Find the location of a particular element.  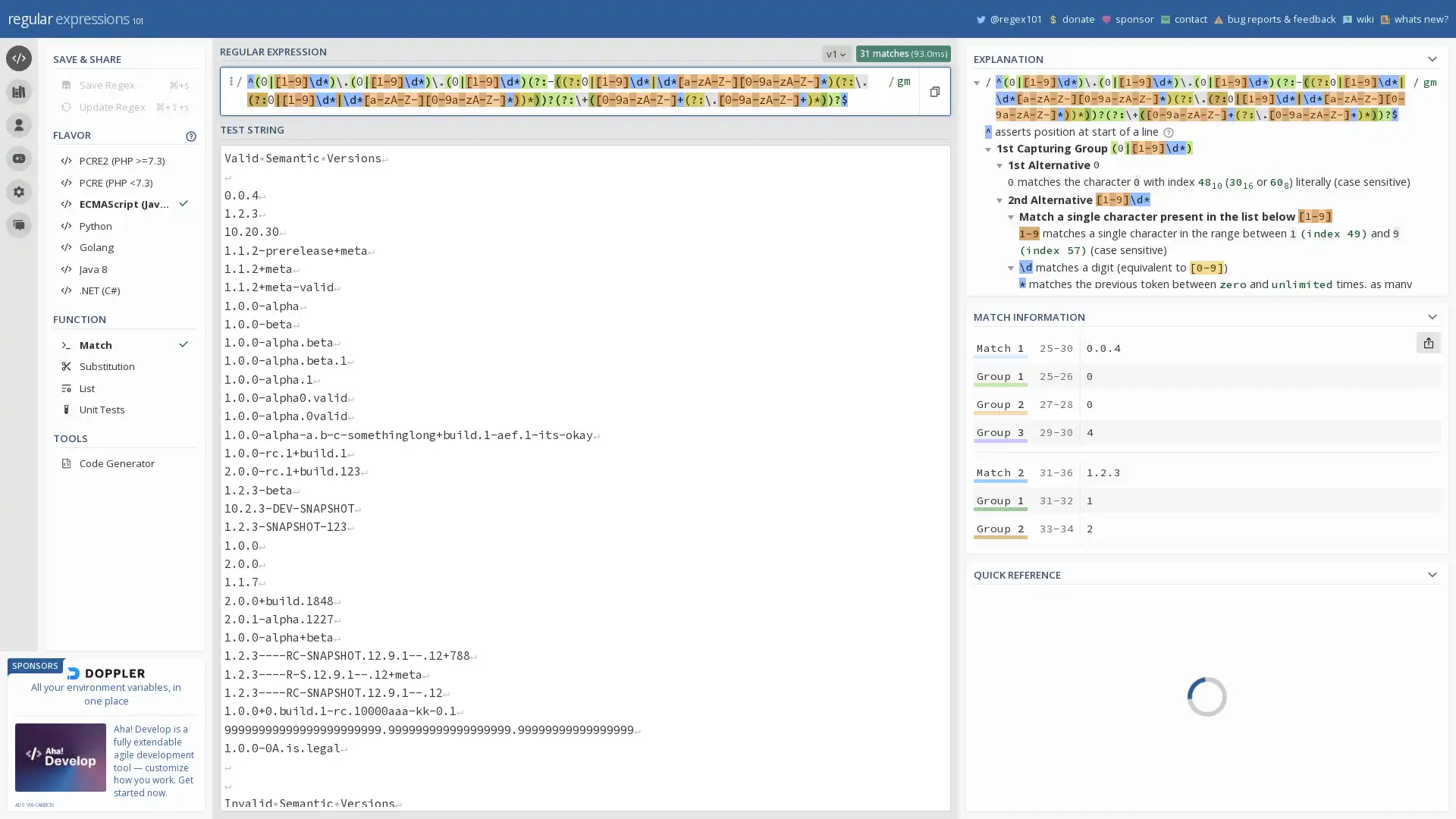

Match 4 is located at coordinates (1000, 720).